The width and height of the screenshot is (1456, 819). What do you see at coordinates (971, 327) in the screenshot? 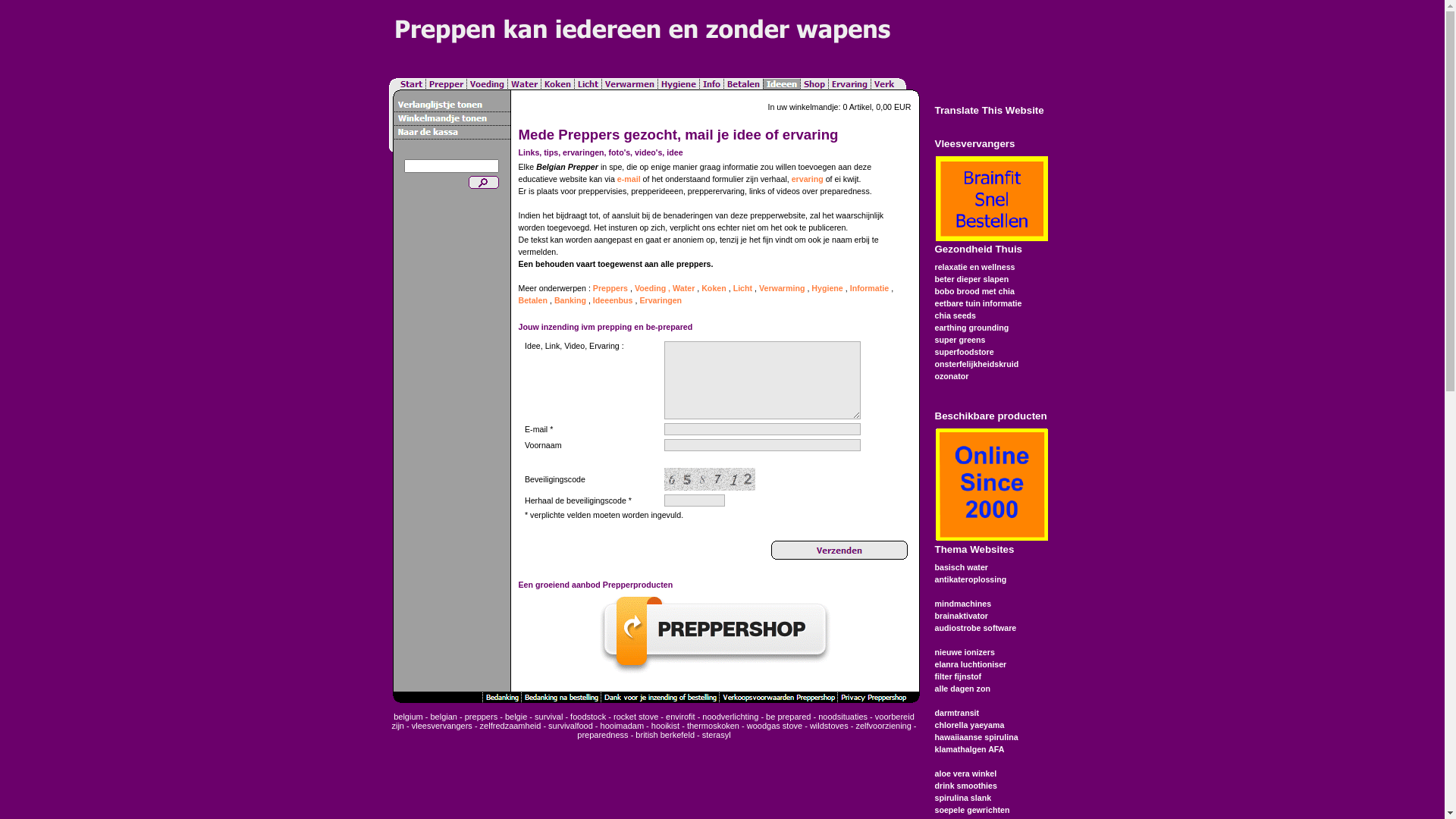
I see `'earthing grounding'` at bounding box center [971, 327].